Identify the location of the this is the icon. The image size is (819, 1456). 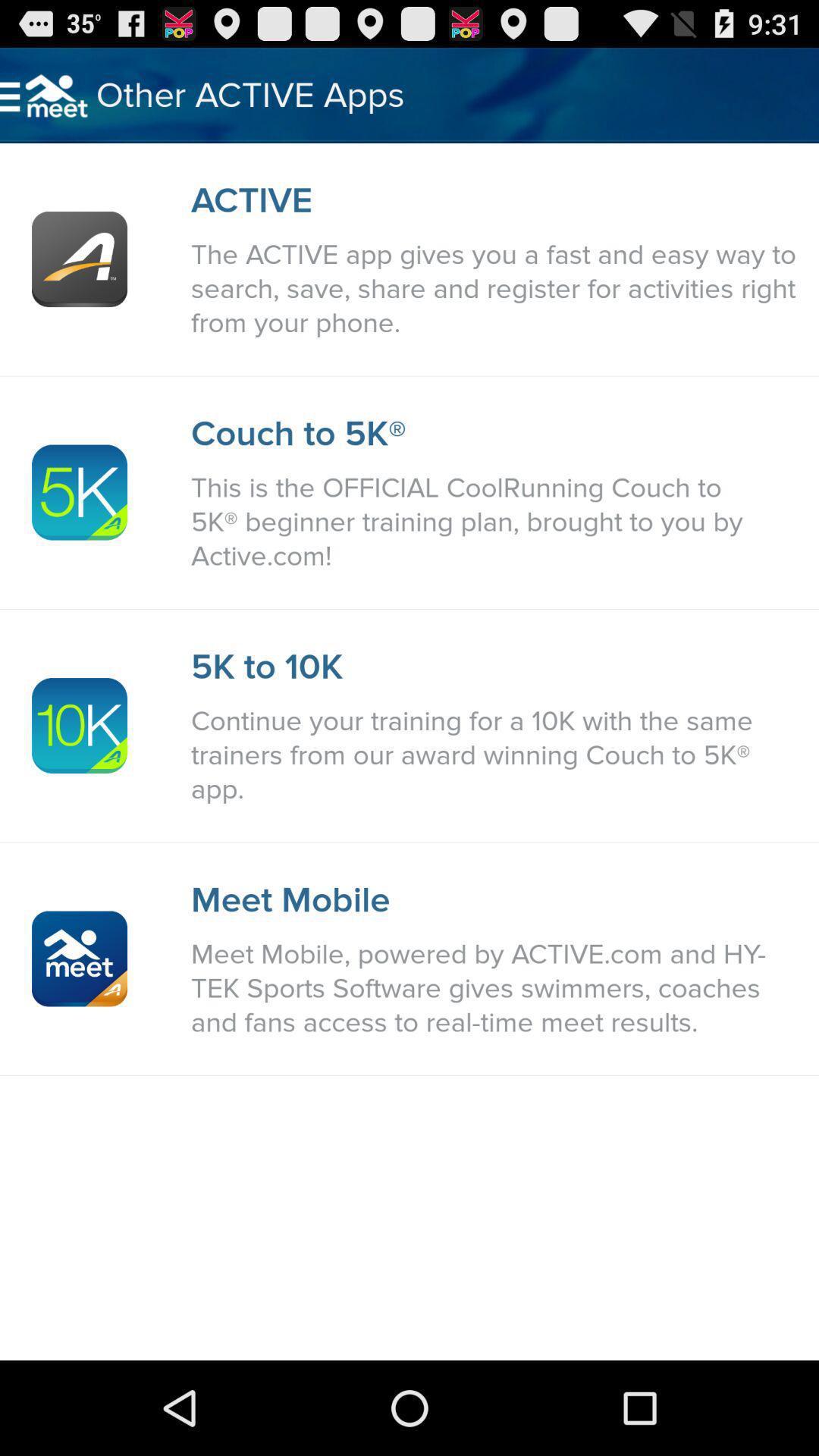
(497, 522).